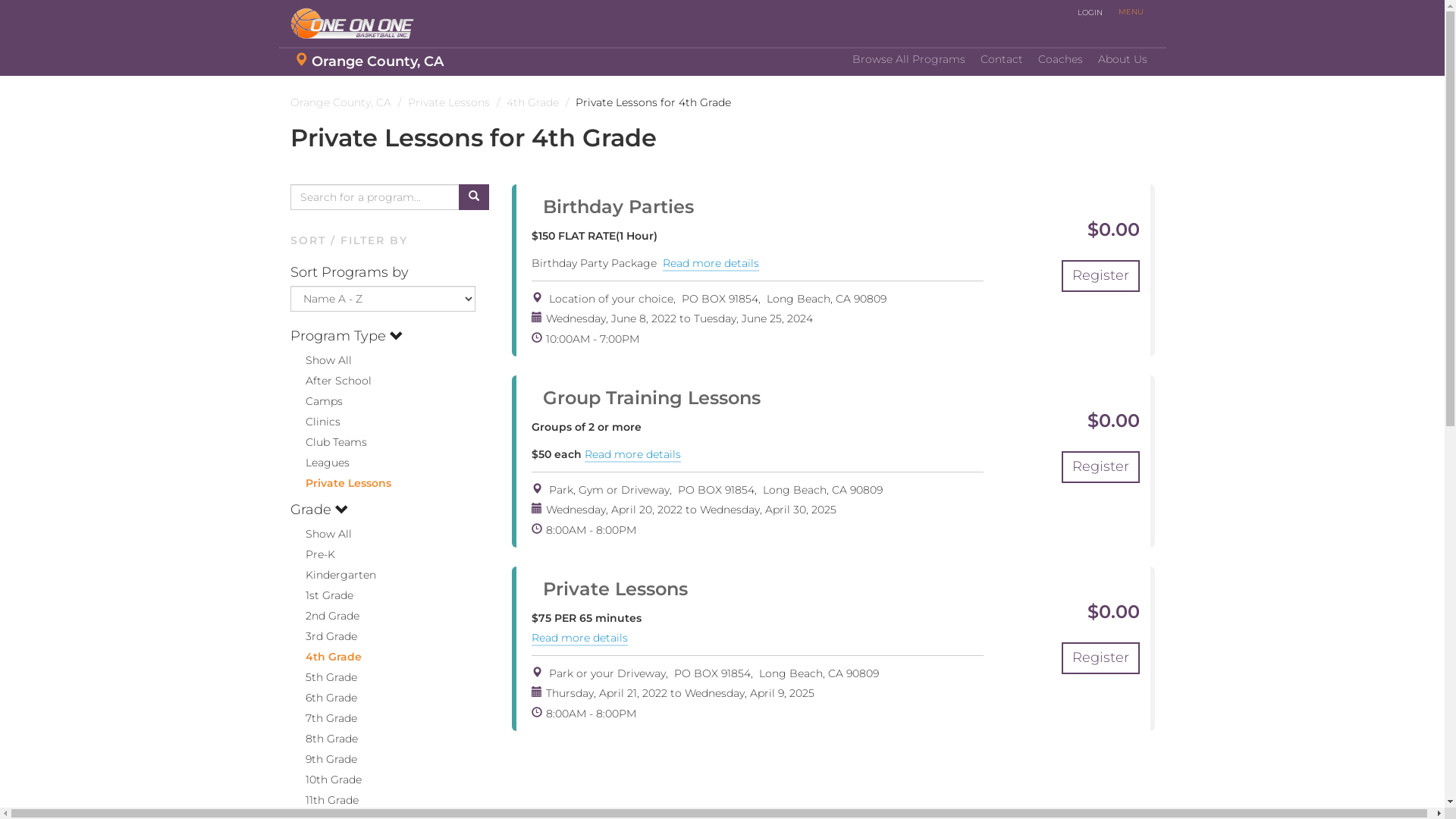 This screenshot has height=819, width=1456. Describe the element at coordinates (1059, 58) in the screenshot. I see `'Coaches'` at that location.